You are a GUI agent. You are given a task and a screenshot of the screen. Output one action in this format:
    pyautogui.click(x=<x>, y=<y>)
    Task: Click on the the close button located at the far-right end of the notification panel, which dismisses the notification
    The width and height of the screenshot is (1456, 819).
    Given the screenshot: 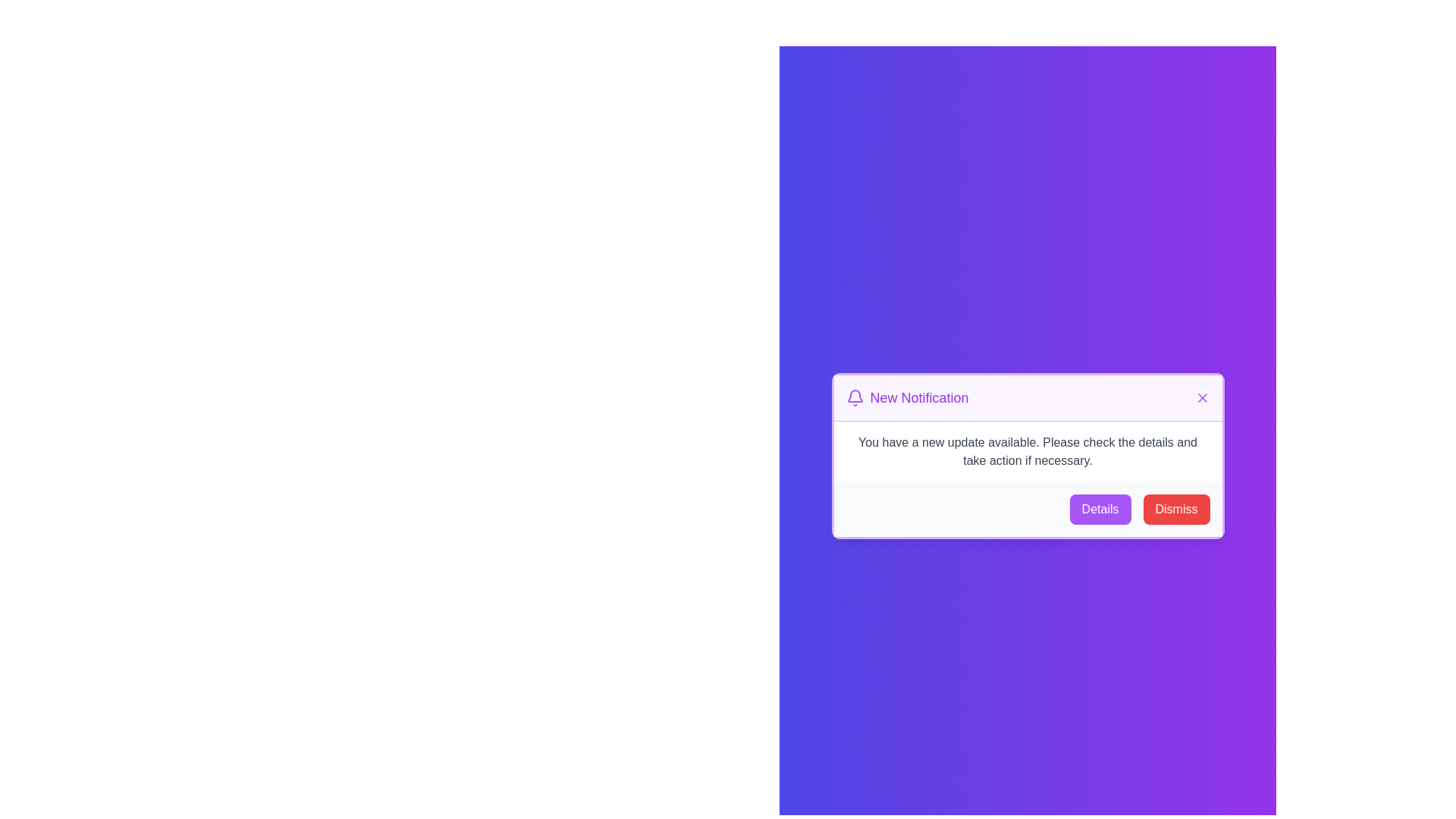 What is the action you would take?
    pyautogui.click(x=1201, y=397)
    